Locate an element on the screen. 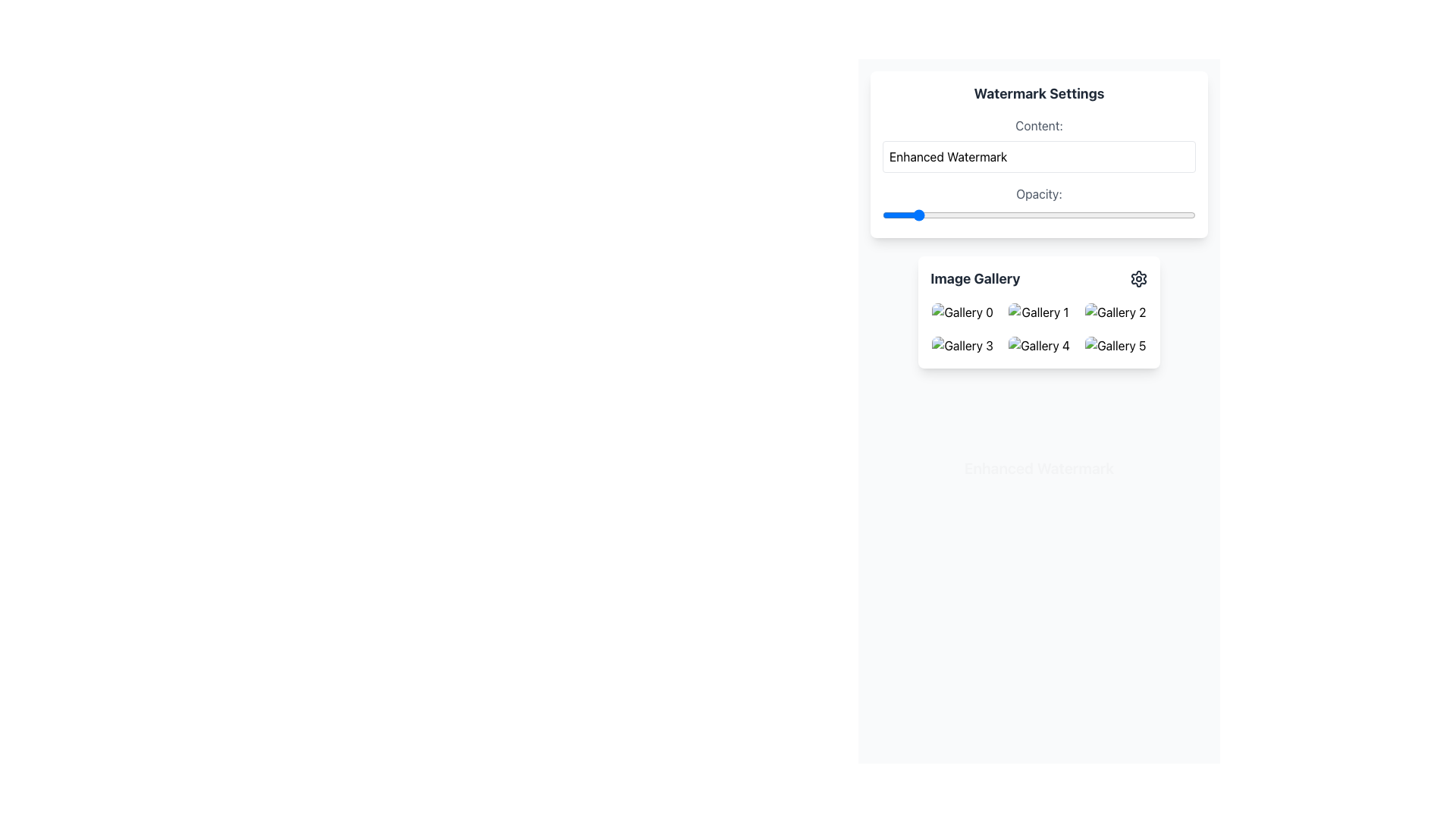  the thumbnail image located in the third row and third column of the 'Image Gallery' section is located at coordinates (1115, 345).